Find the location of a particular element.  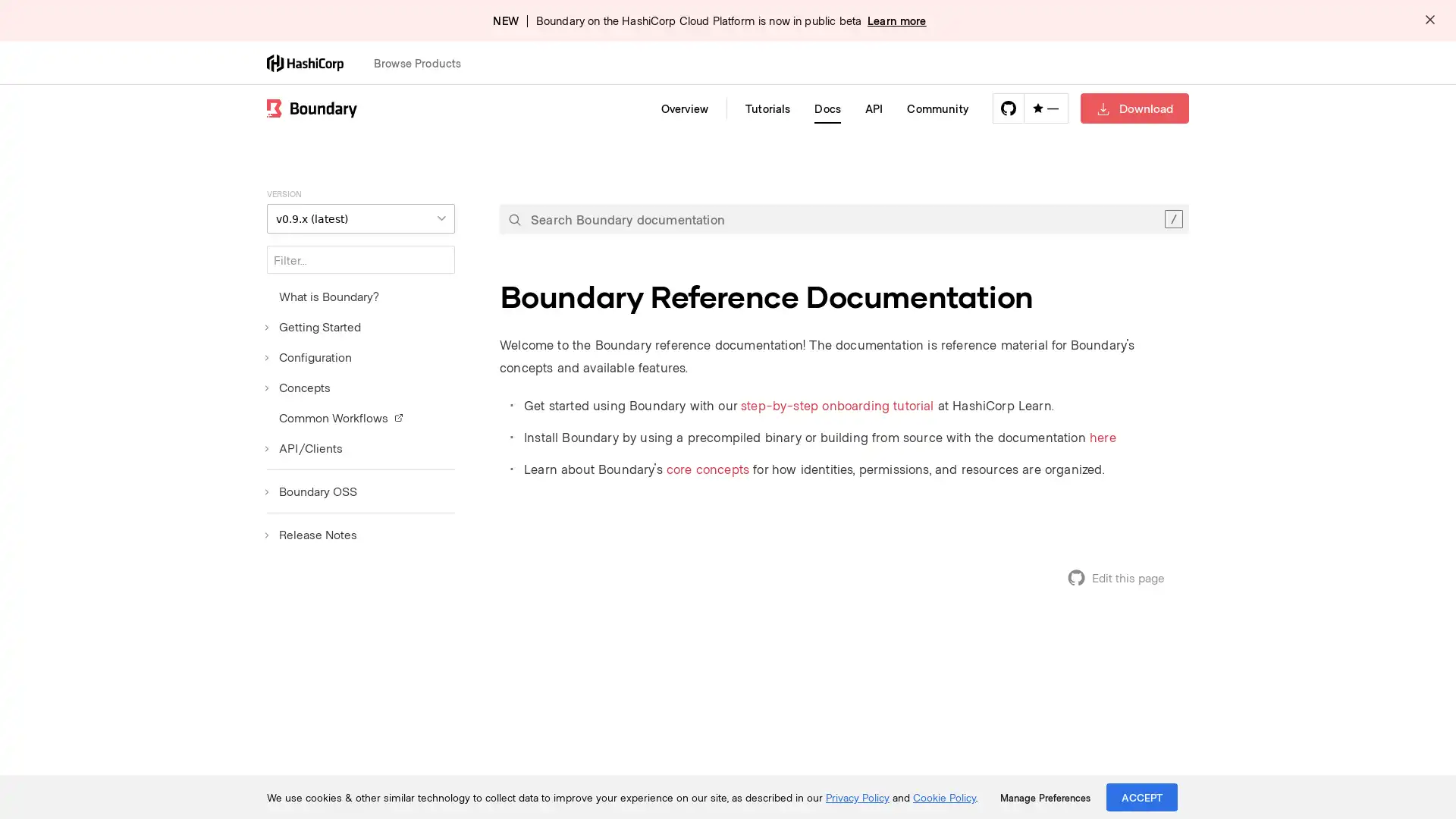

Boundary OSS is located at coordinates (311, 491).